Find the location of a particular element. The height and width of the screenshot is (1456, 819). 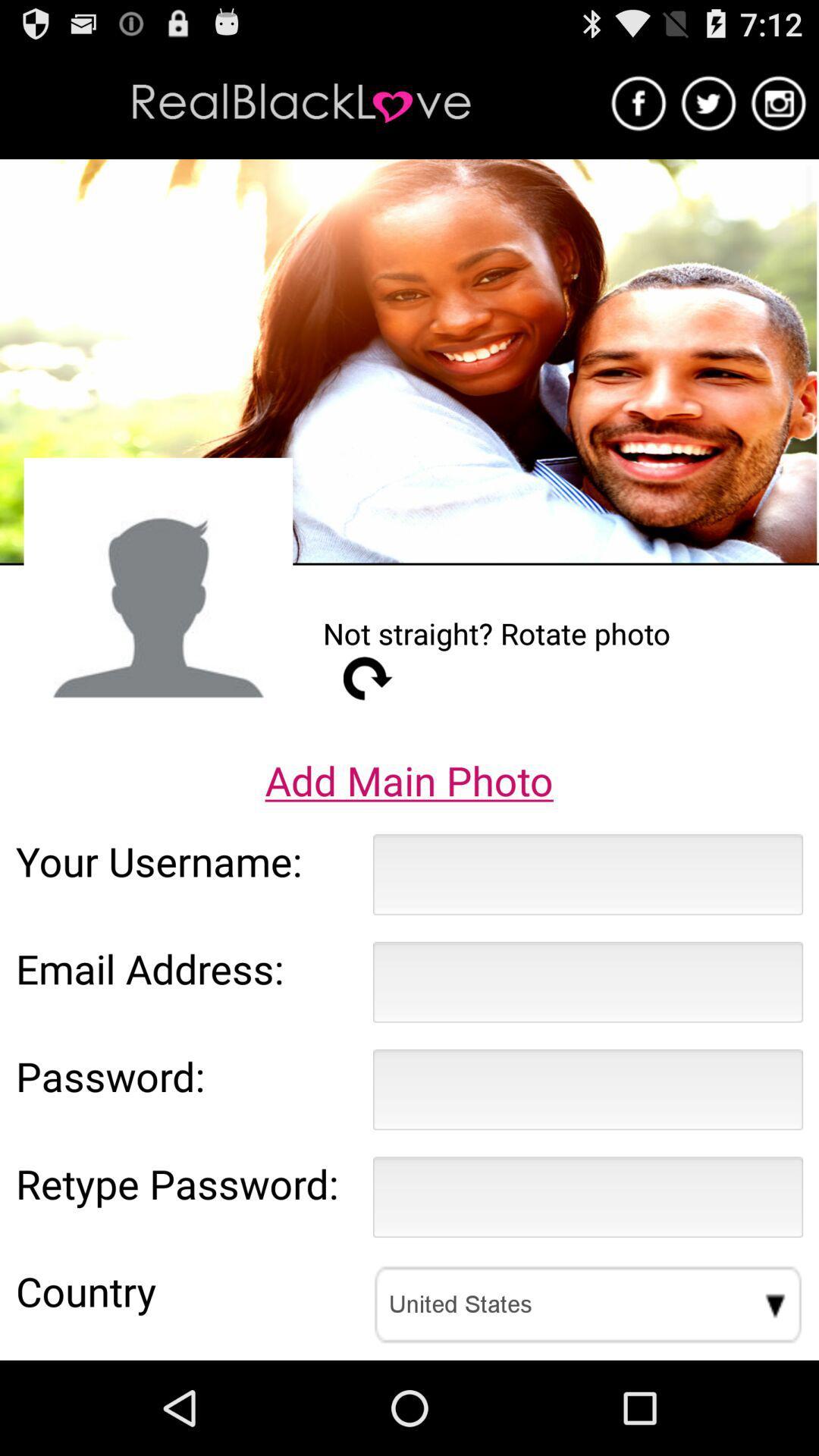

add main photo item is located at coordinates (408, 780).